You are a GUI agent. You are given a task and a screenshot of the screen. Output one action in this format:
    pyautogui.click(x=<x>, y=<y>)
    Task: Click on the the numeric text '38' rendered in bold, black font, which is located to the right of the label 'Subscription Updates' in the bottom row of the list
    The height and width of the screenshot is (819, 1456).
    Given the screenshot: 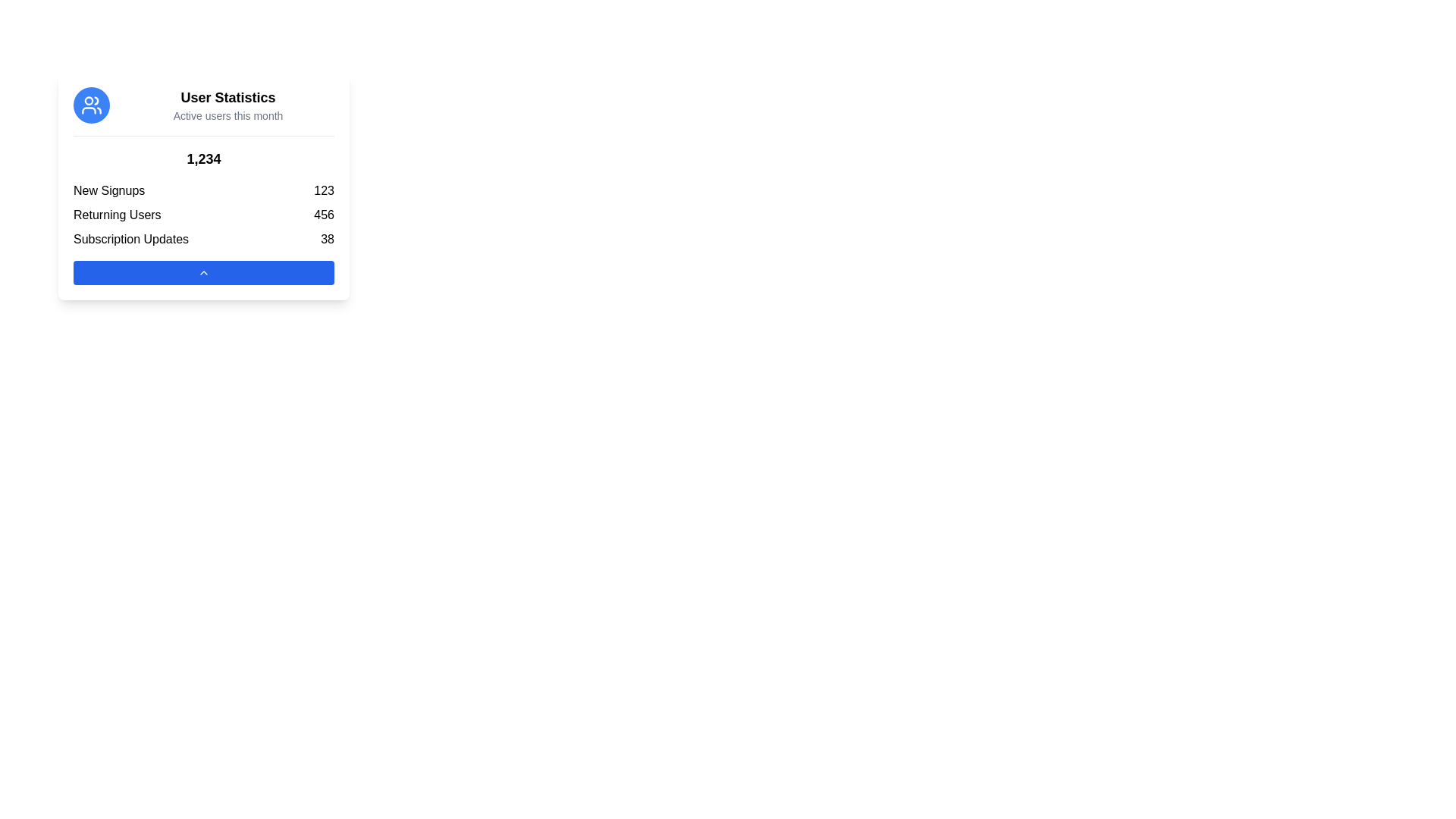 What is the action you would take?
    pyautogui.click(x=327, y=239)
    